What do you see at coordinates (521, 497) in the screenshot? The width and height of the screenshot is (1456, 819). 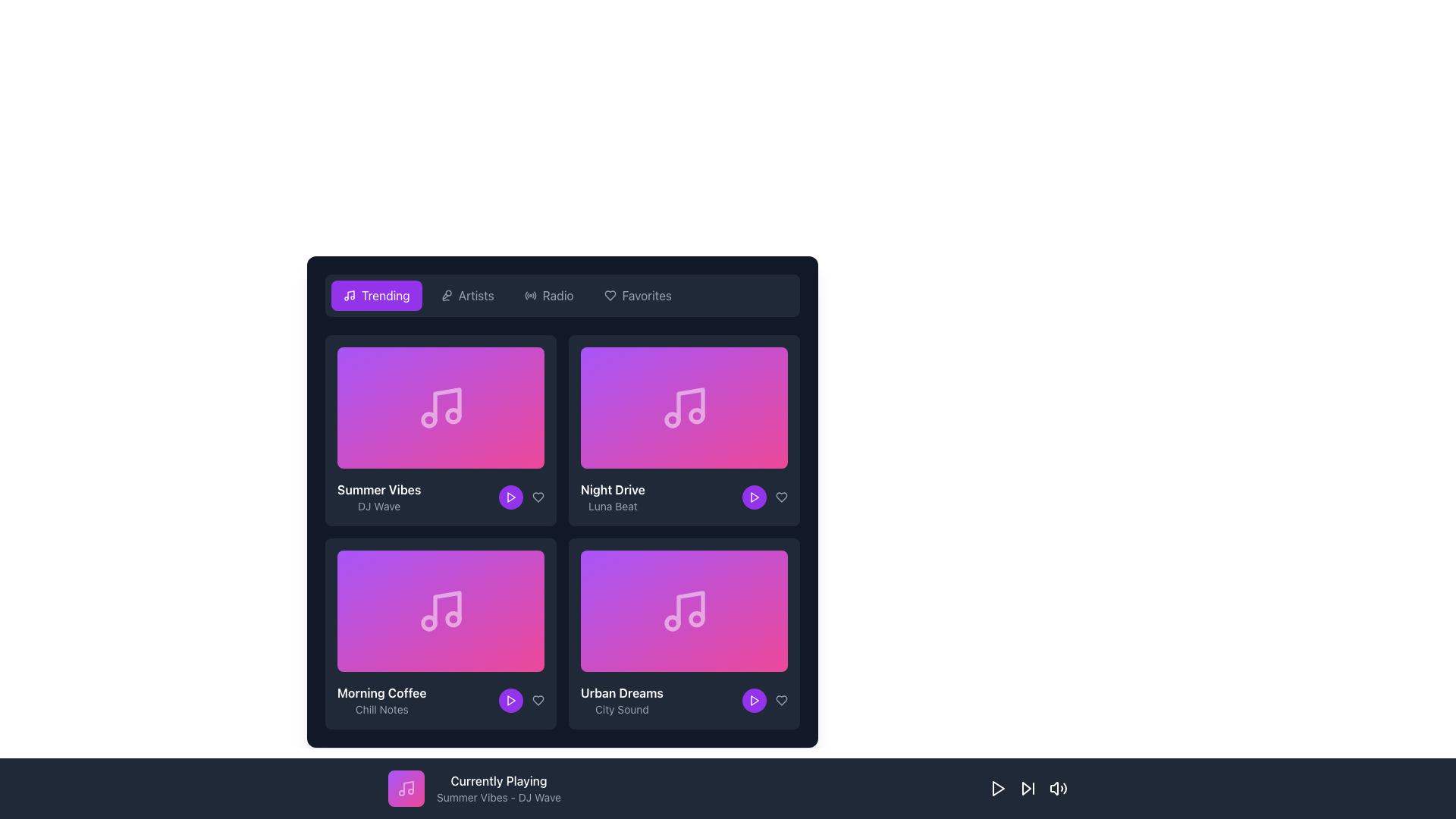 I see `the heart-shaped icon in the 'Currently Playing' section under the 'Summer Vibes' track to like the track` at bounding box center [521, 497].